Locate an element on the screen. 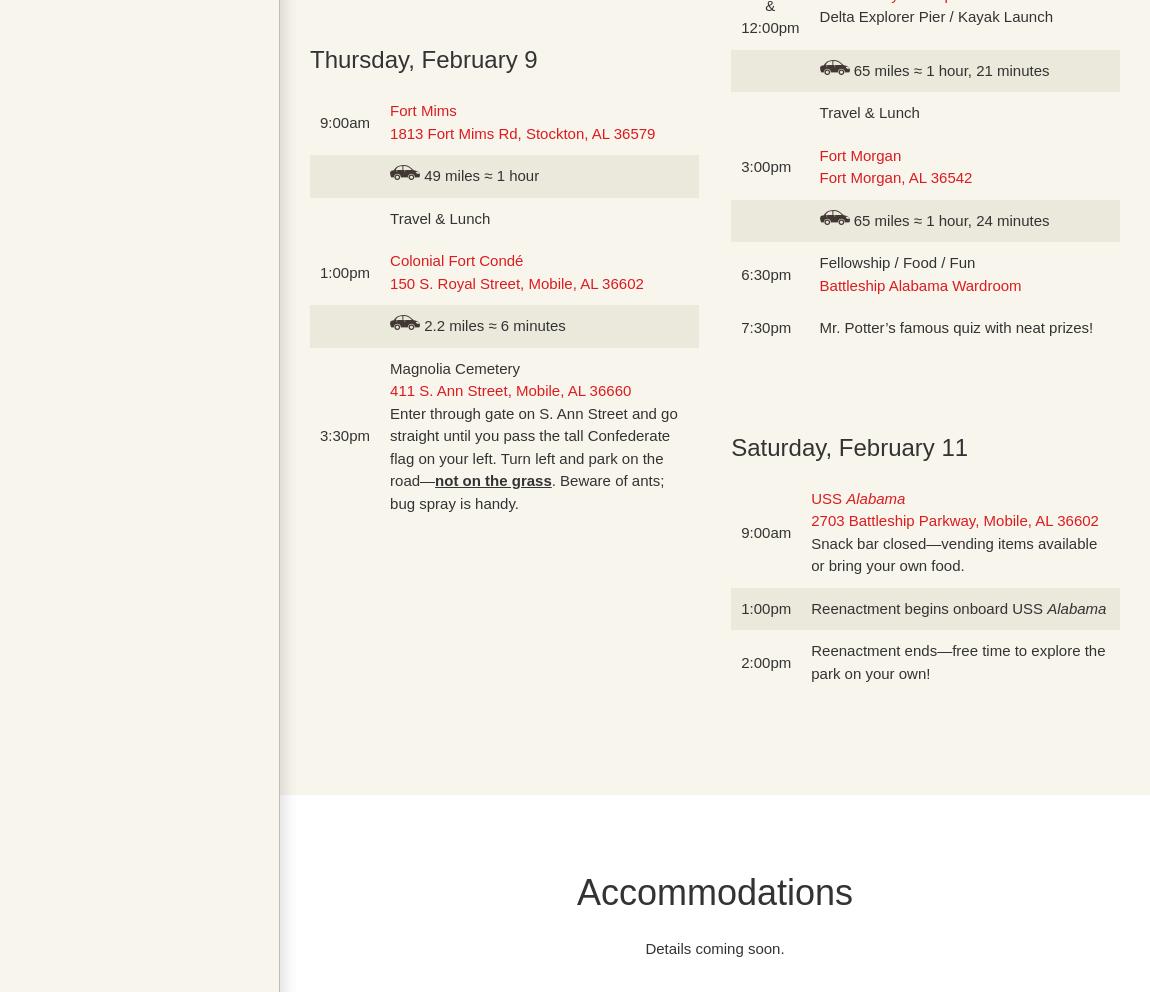 This screenshot has width=1150, height=992. 'Saturday, February 11' is located at coordinates (848, 445).